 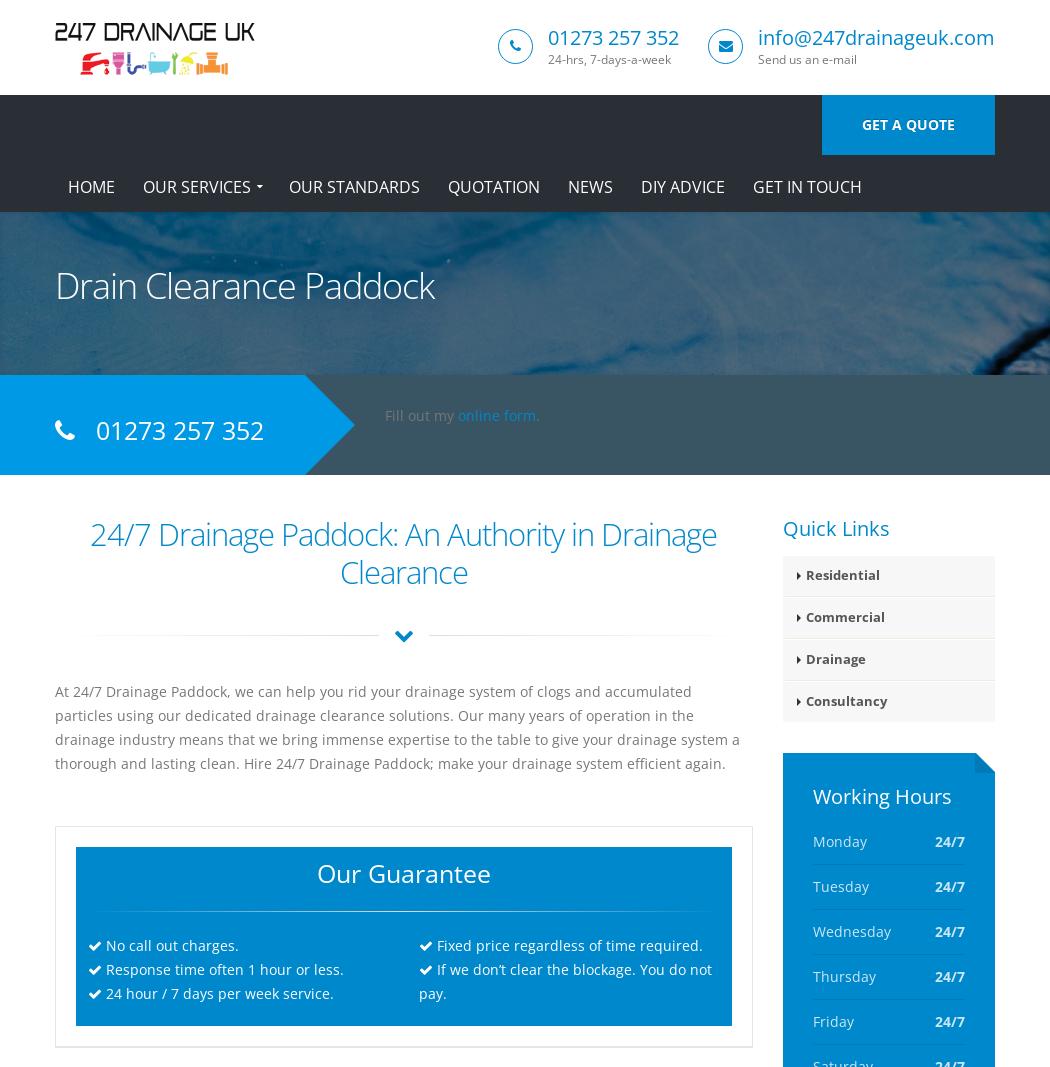 What do you see at coordinates (495, 414) in the screenshot?
I see `'online form'` at bounding box center [495, 414].